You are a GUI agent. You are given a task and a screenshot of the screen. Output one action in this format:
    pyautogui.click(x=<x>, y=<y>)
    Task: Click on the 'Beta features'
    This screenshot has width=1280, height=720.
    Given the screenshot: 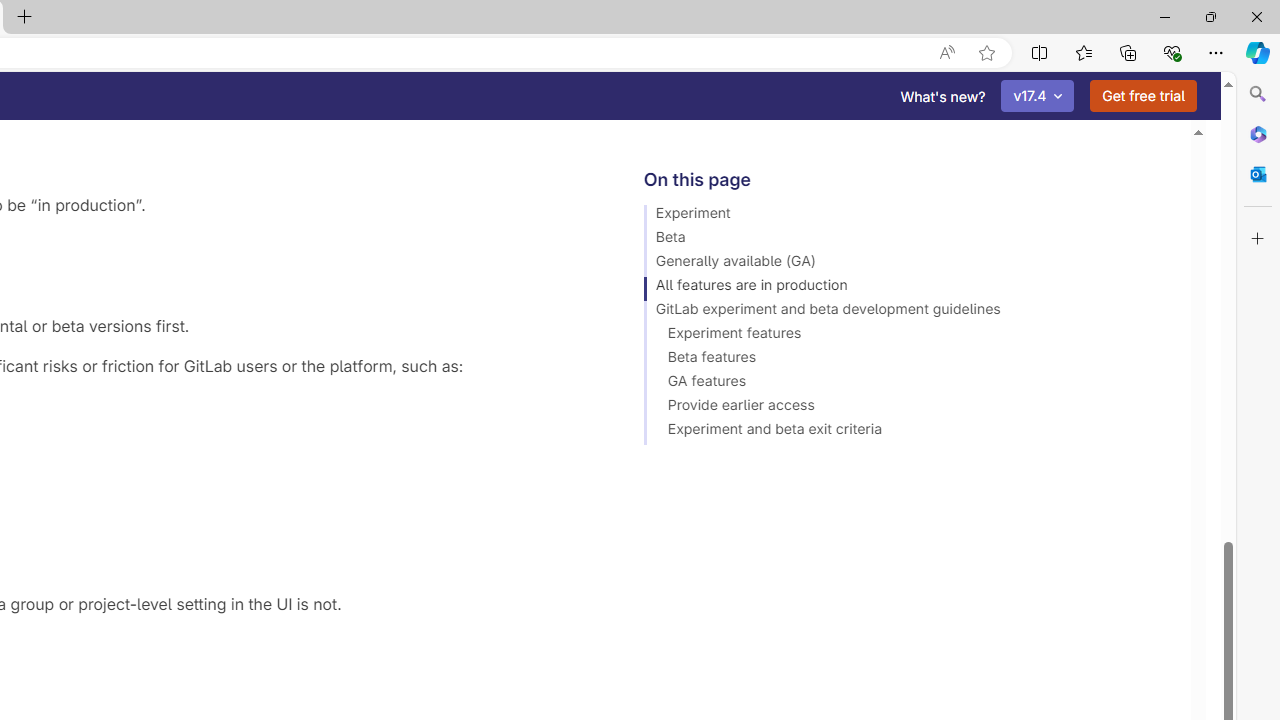 What is the action you would take?
    pyautogui.click(x=907, y=360)
    